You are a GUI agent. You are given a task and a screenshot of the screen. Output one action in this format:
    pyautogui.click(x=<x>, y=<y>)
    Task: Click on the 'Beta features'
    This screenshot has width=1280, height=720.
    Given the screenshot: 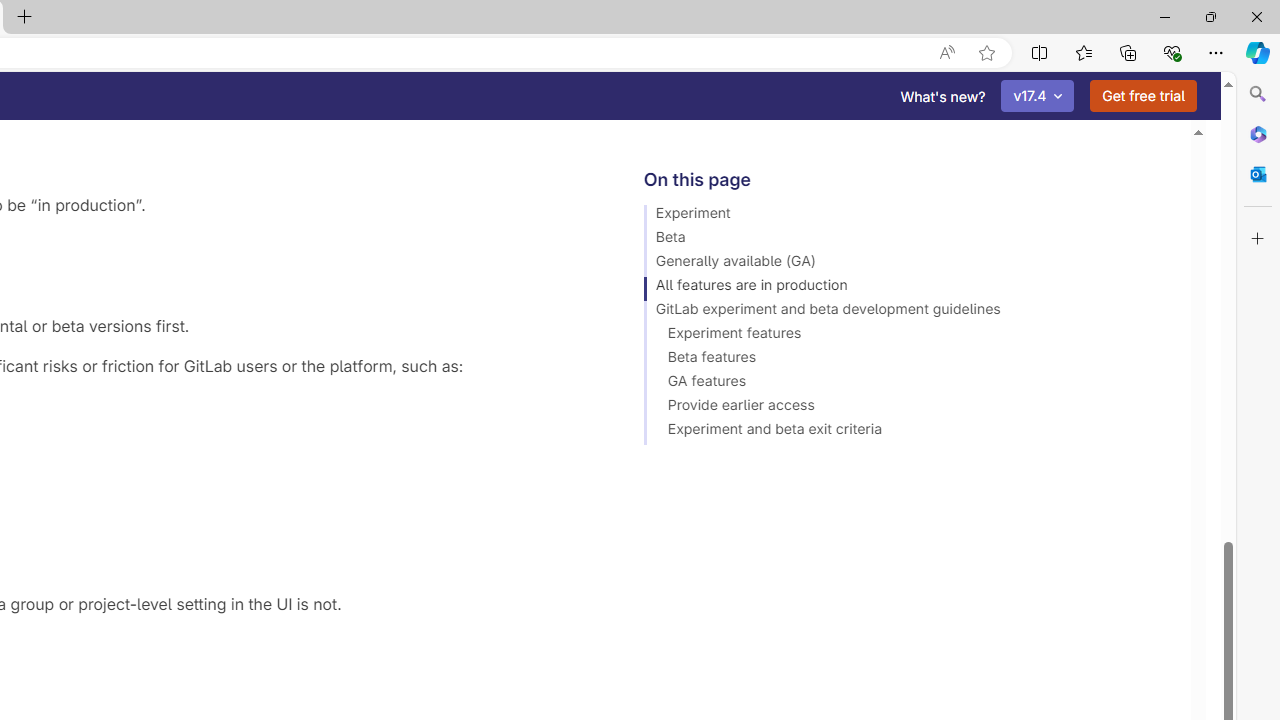 What is the action you would take?
    pyautogui.click(x=907, y=360)
    